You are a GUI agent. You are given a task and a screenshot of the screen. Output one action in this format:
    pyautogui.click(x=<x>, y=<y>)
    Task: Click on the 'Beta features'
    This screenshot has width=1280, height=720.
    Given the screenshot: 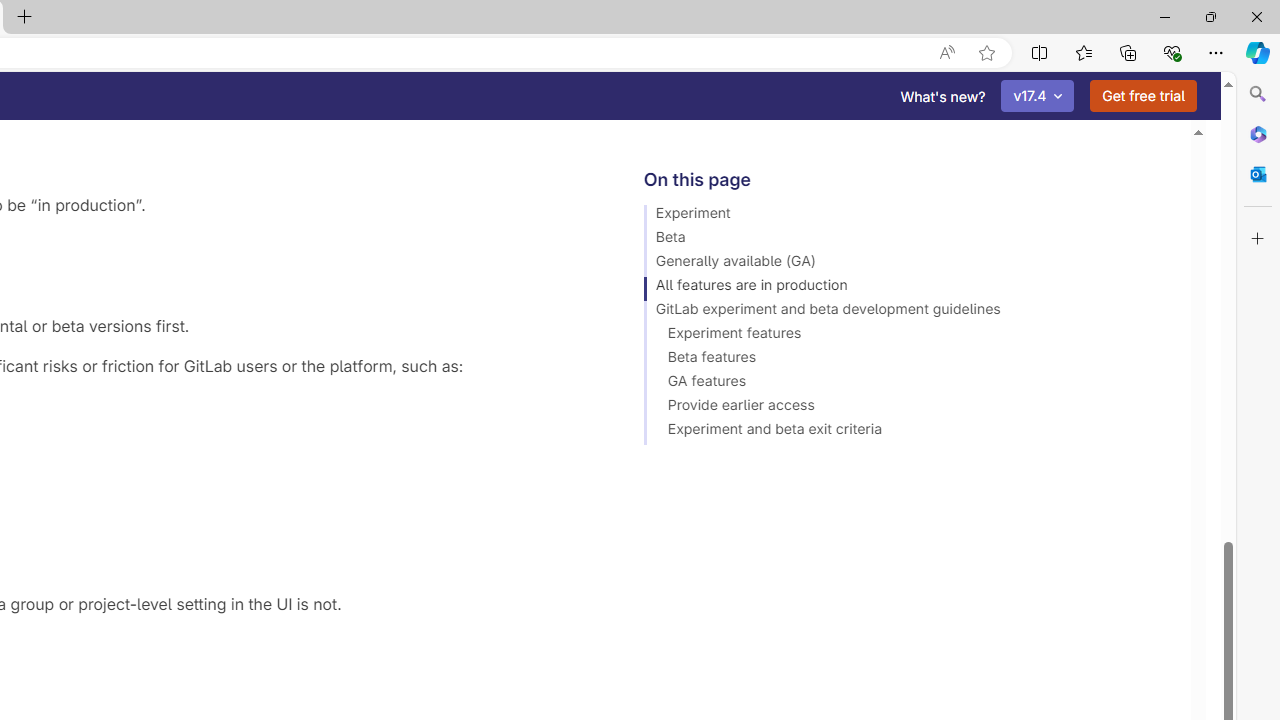 What is the action you would take?
    pyautogui.click(x=907, y=360)
    